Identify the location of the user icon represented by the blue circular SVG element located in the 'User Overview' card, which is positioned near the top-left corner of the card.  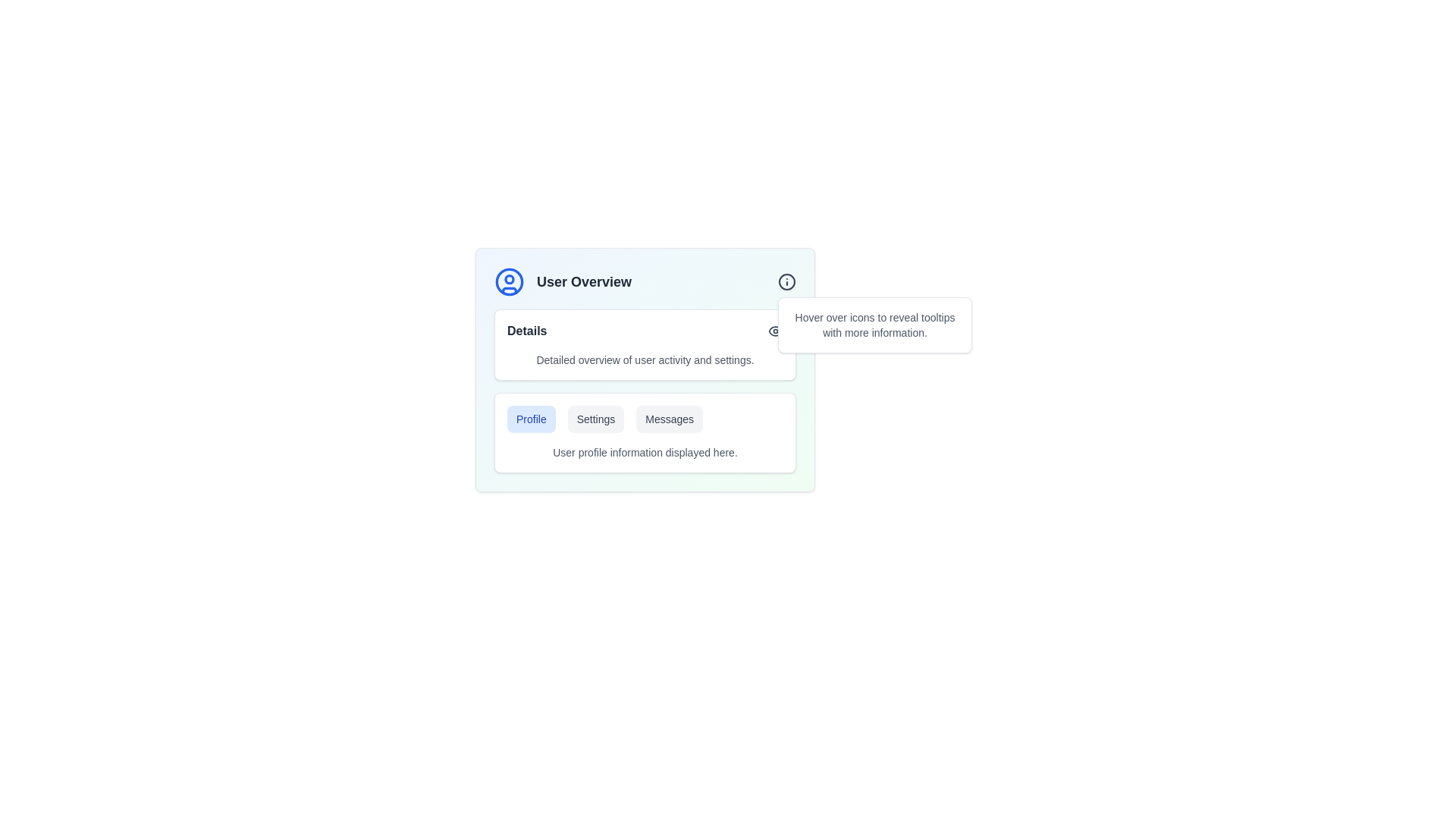
(510, 281).